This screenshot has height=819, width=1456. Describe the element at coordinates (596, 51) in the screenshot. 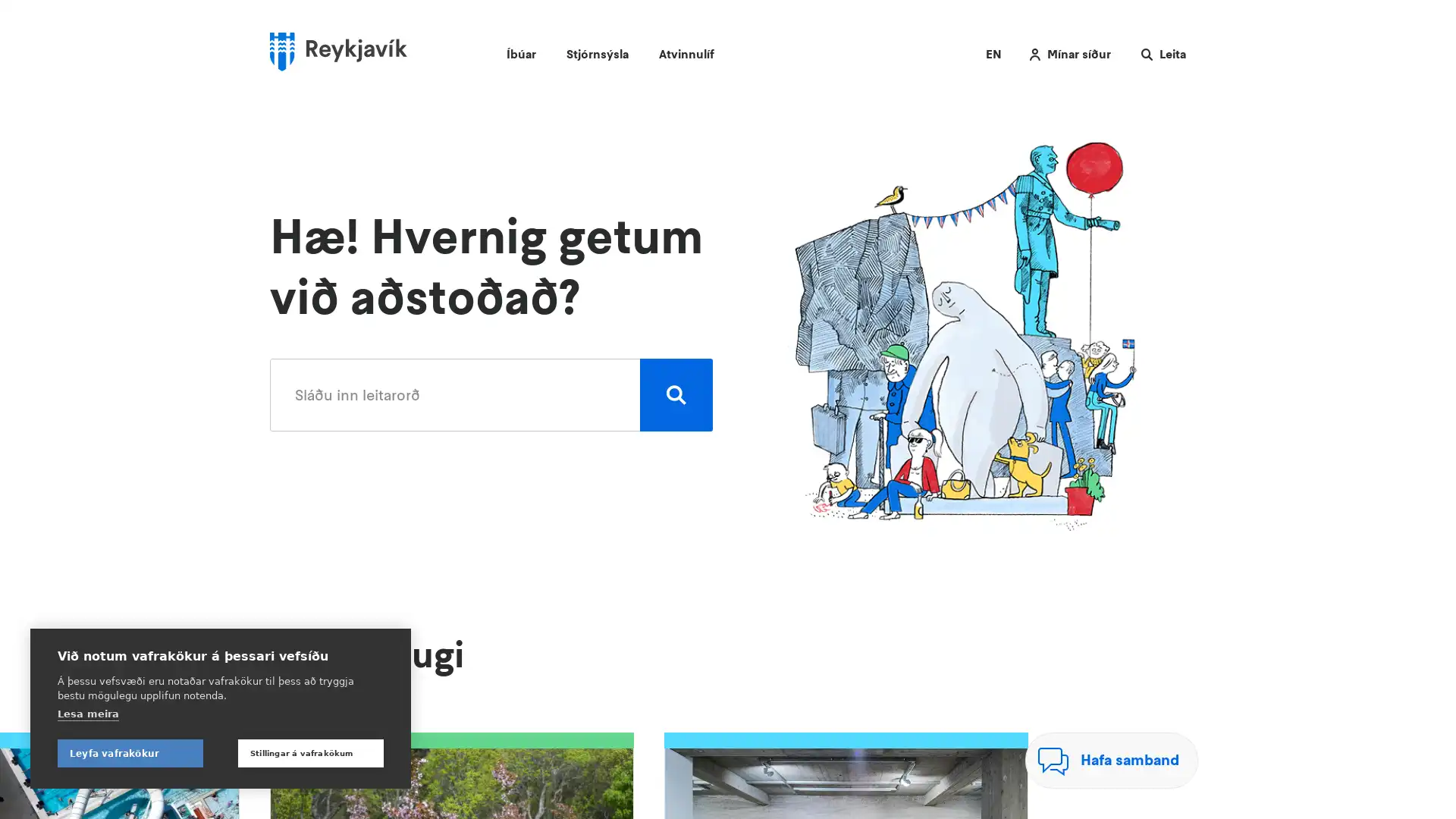

I see `Stjornsysla` at that location.